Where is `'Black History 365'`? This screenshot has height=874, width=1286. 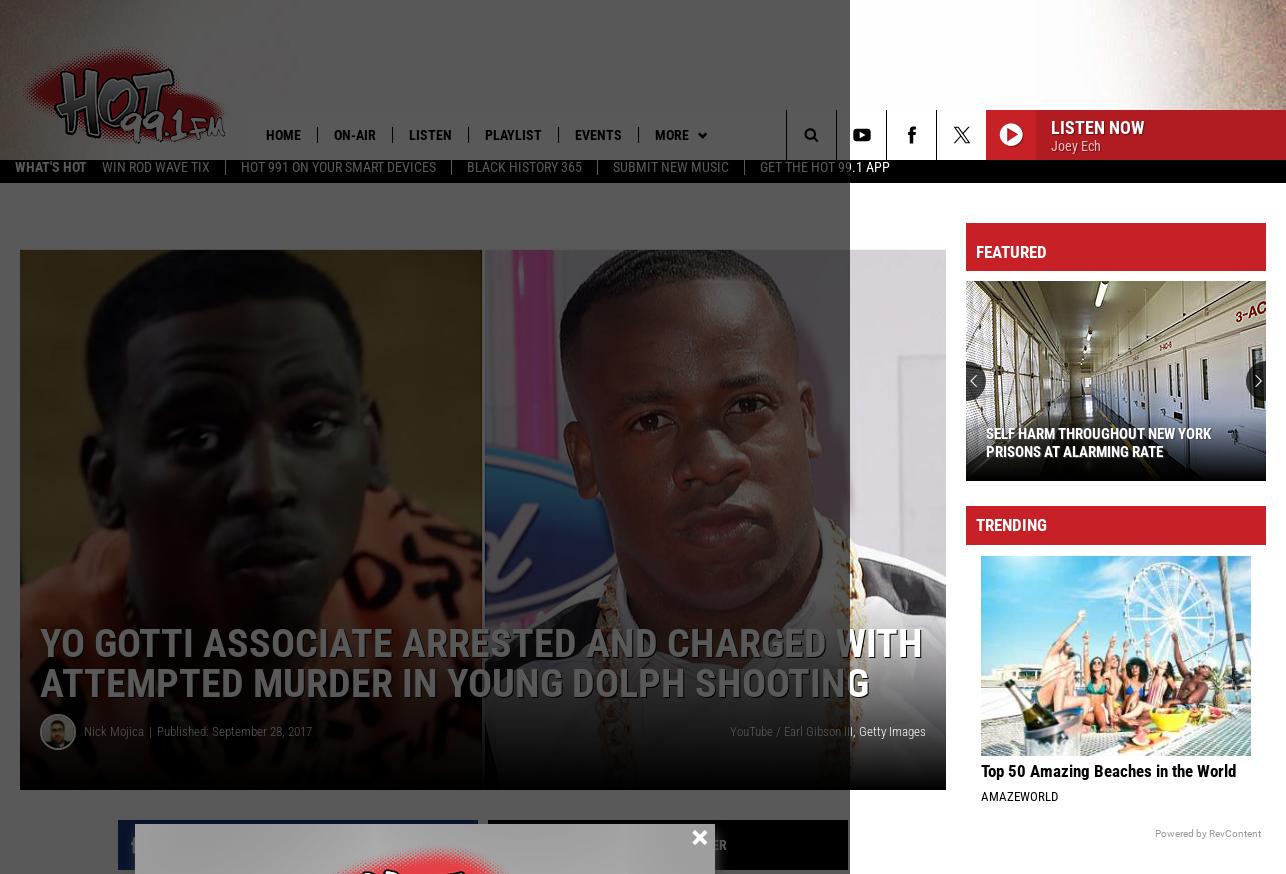 'Black History 365' is located at coordinates (523, 175).